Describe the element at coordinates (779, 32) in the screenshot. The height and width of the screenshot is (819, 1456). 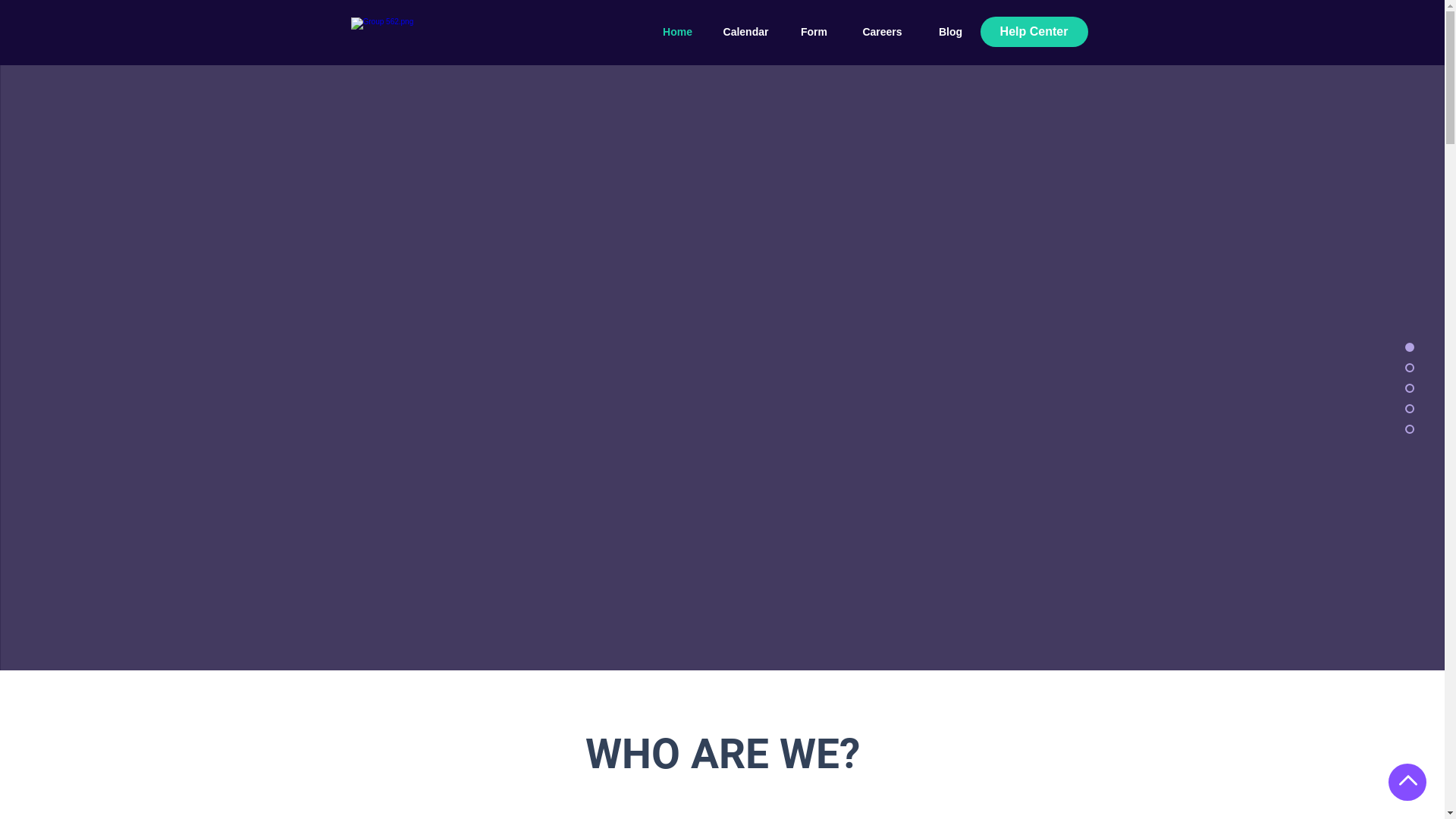
I see `'Form'` at that location.